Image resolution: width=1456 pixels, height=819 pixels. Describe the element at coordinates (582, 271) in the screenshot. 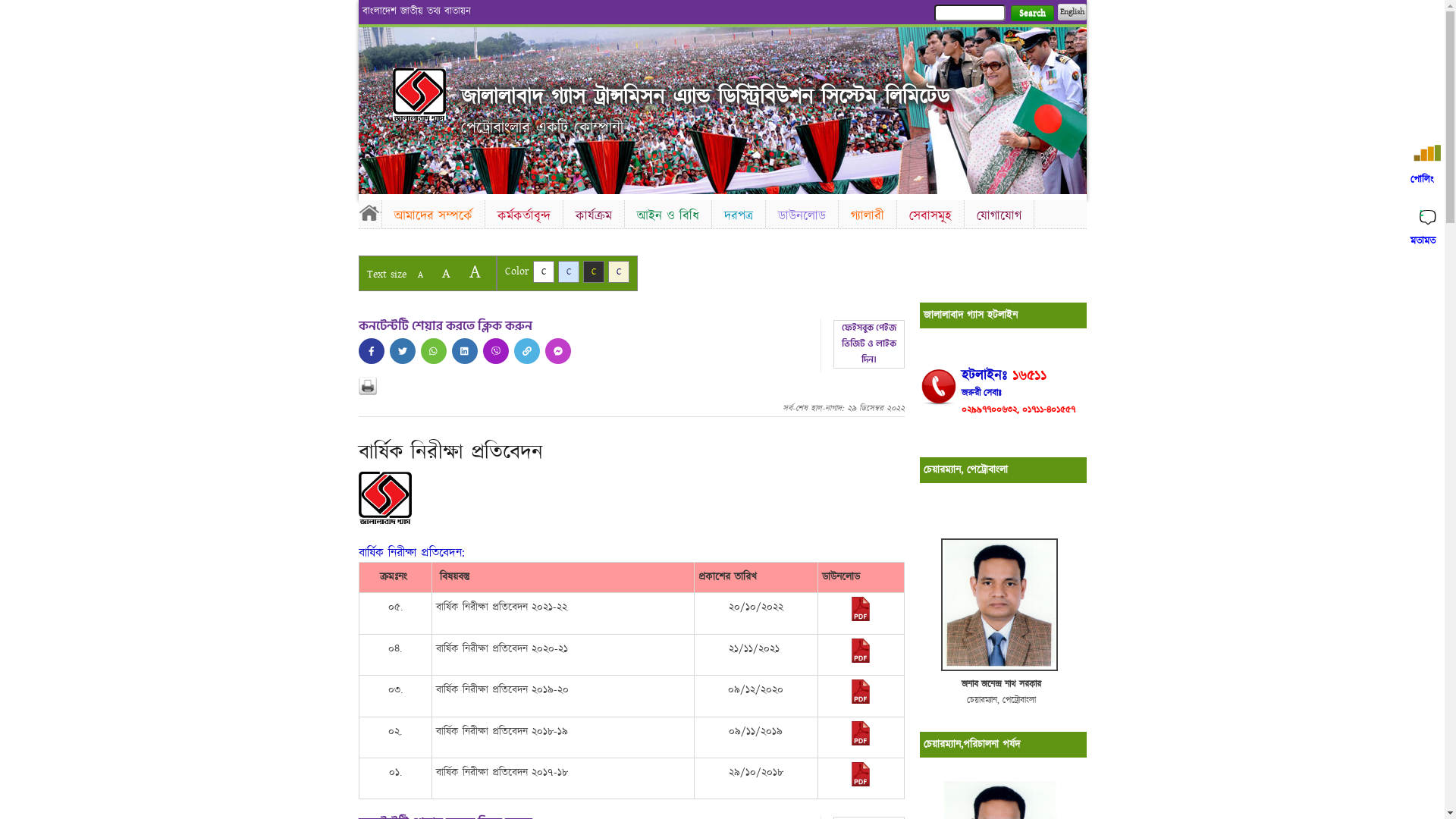

I see `'C'` at that location.